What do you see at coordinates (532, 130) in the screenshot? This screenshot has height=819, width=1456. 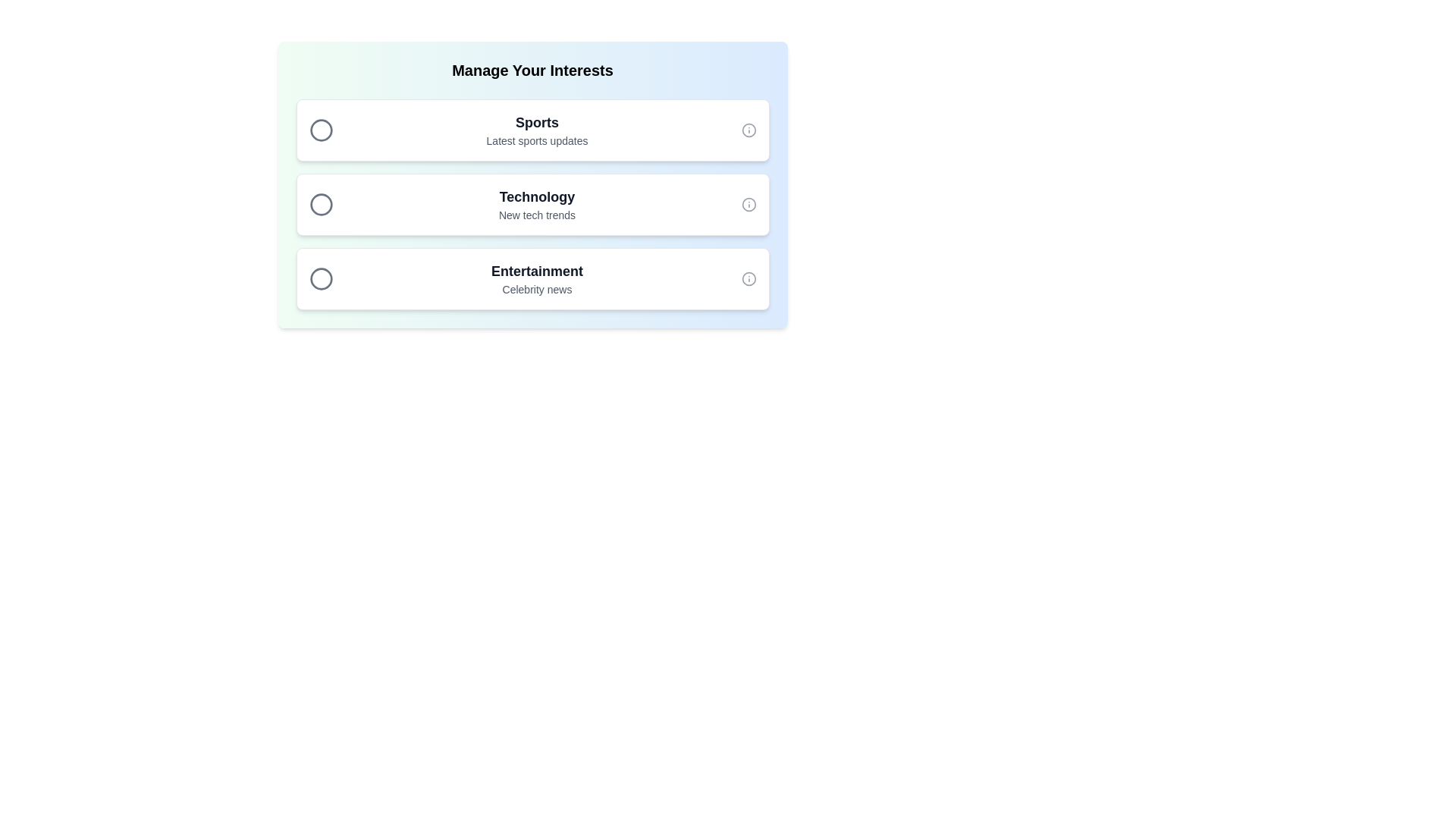 I see `the chip item labeled Sports to observe the visual feedback` at bounding box center [532, 130].